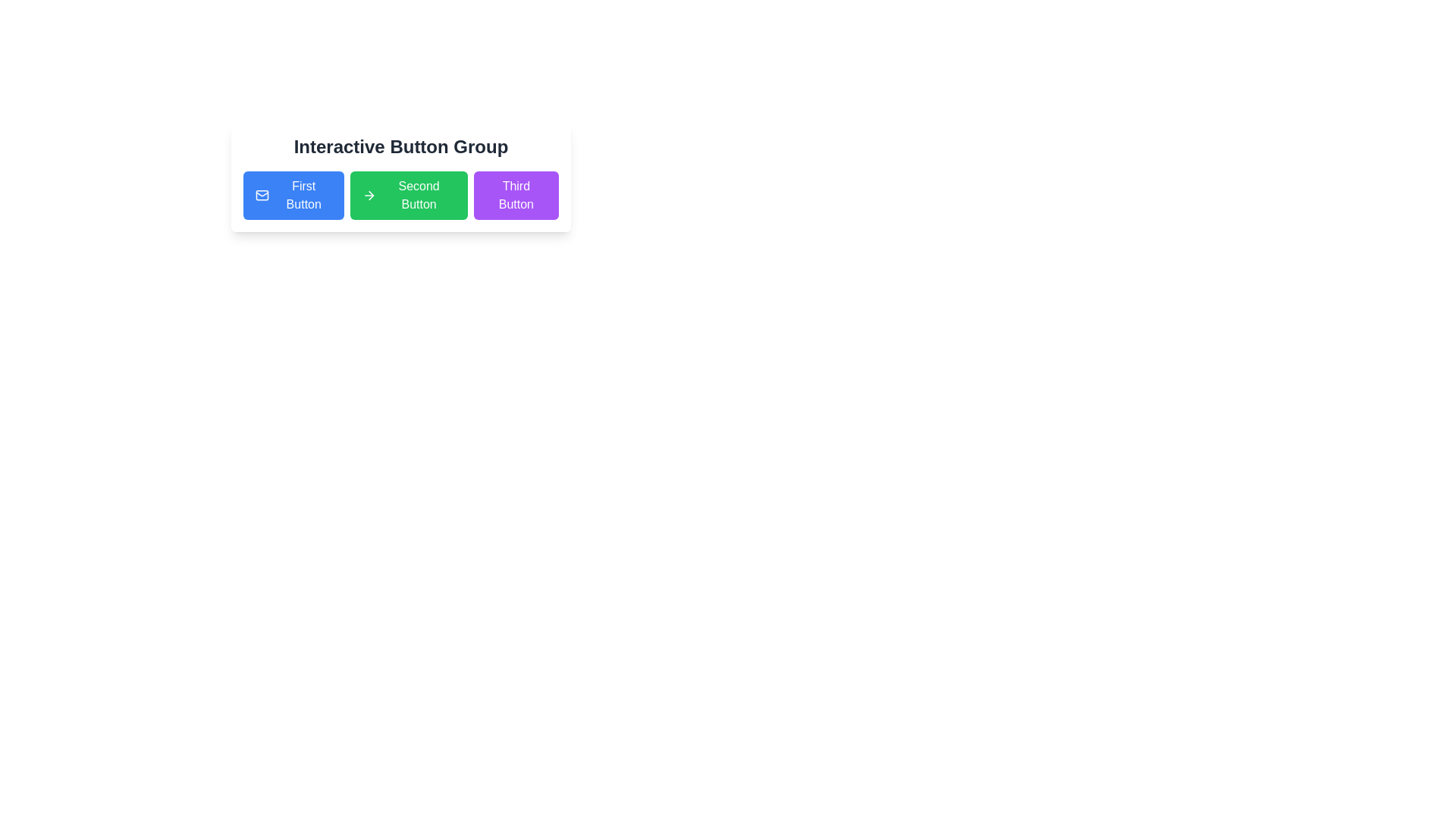 This screenshot has width=1456, height=819. What do you see at coordinates (262, 195) in the screenshot?
I see `the primary body rectangle of the blue envelope icon, which is located inside the 'First Button' in the interface` at bounding box center [262, 195].